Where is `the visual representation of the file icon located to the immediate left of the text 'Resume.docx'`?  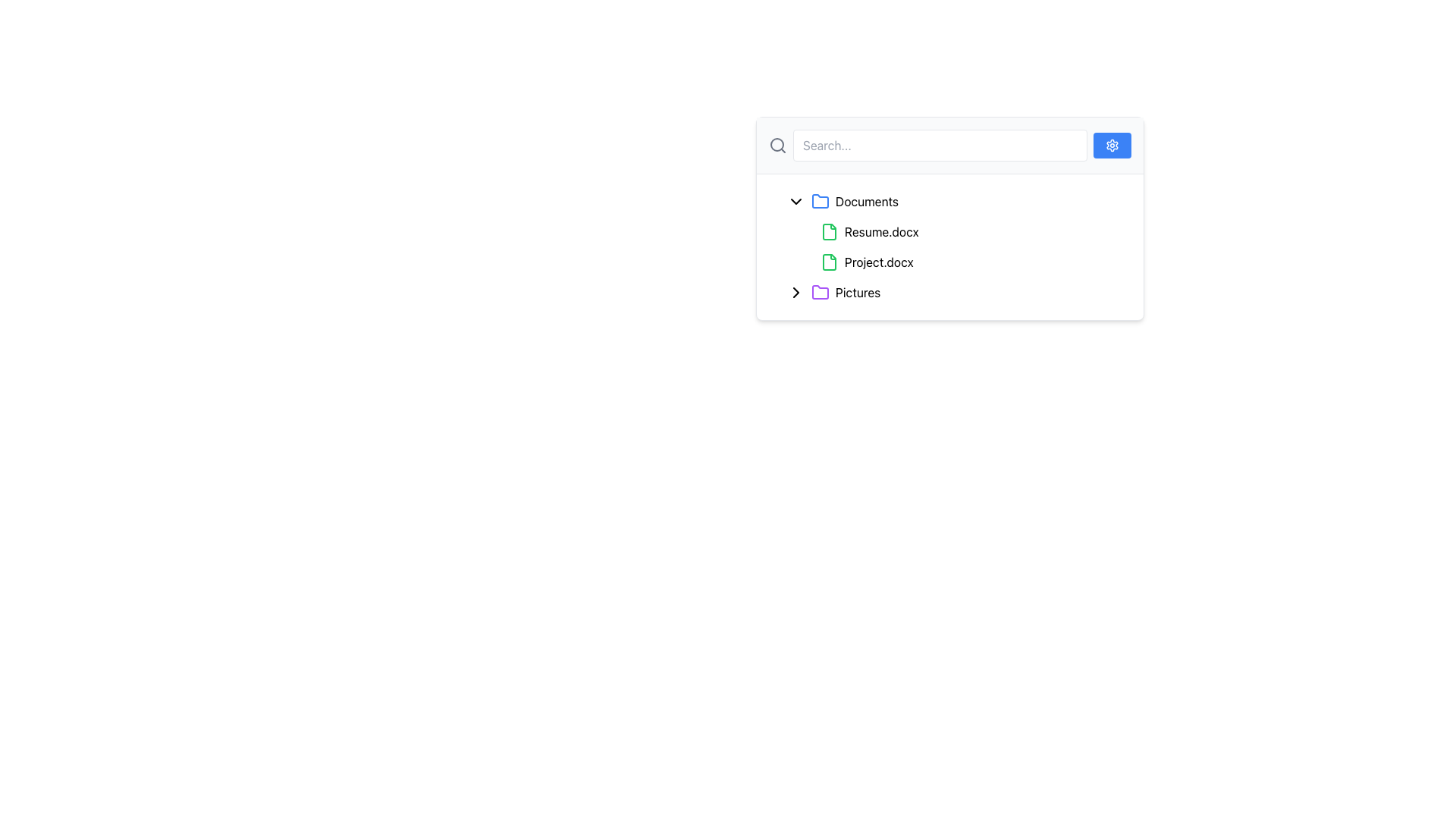 the visual representation of the file icon located to the immediate left of the text 'Resume.docx' is located at coordinates (829, 231).